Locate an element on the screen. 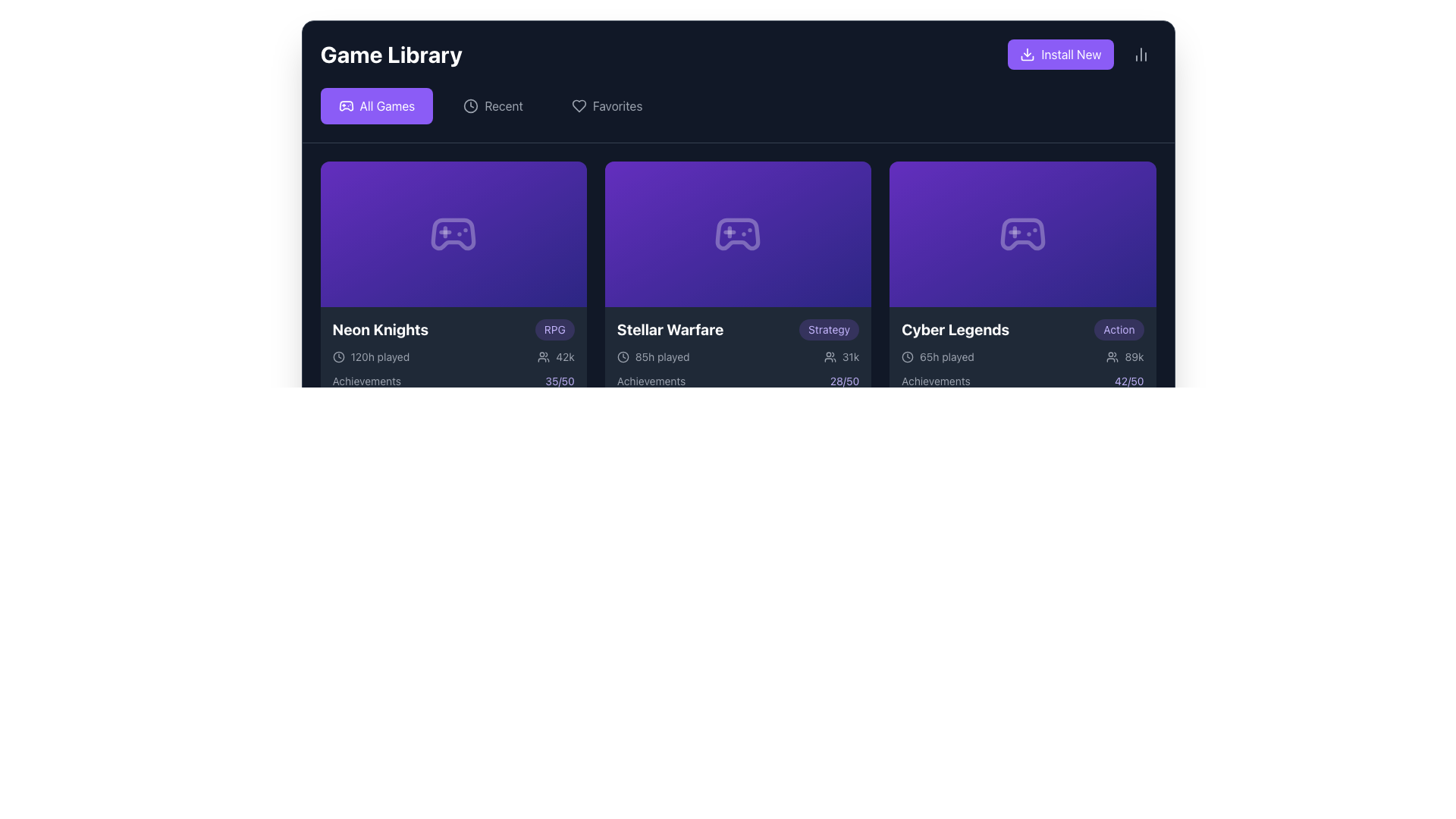 Image resolution: width=1456 pixels, height=819 pixels. the decorative outer circle of the clock icon, which represents time played in the Game Library interface, located near the text '120h played' in the first card's meta information section is located at coordinates (623, 356).